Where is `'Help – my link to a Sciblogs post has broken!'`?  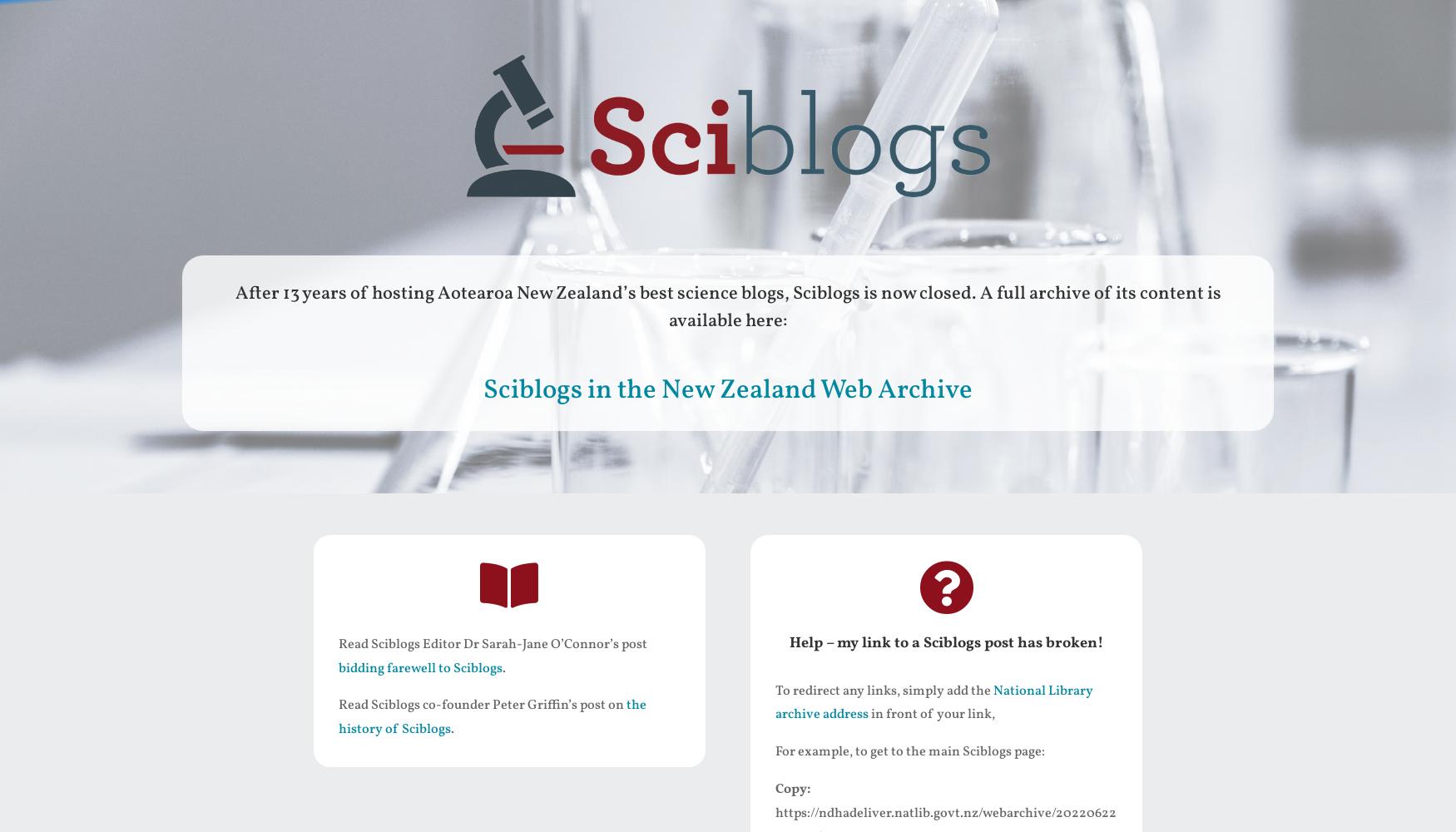 'Help – my link to a Sciblogs post has broken!' is located at coordinates (945, 642).